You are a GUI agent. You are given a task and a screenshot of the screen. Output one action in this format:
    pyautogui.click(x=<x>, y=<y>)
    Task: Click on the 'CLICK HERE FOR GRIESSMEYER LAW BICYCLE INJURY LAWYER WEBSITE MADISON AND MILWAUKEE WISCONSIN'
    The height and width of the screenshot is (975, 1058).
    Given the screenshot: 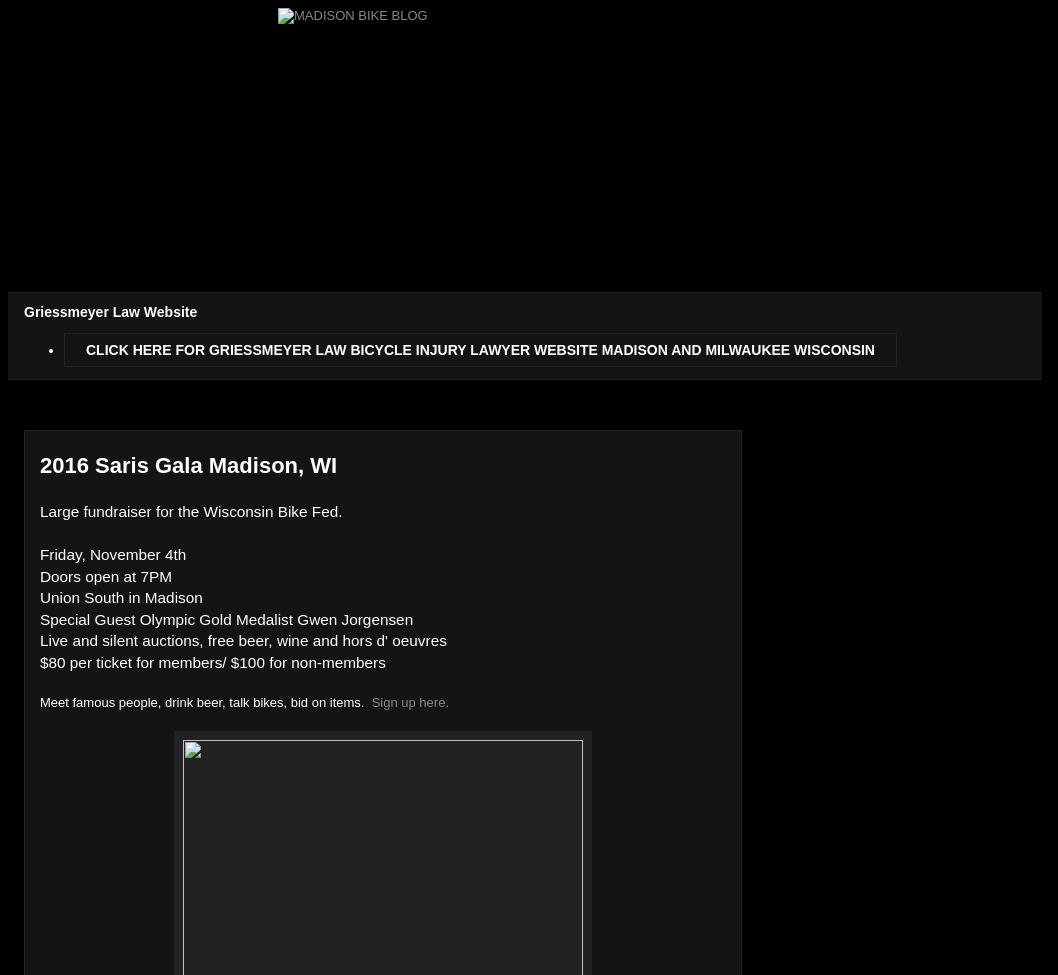 What is the action you would take?
    pyautogui.click(x=479, y=349)
    